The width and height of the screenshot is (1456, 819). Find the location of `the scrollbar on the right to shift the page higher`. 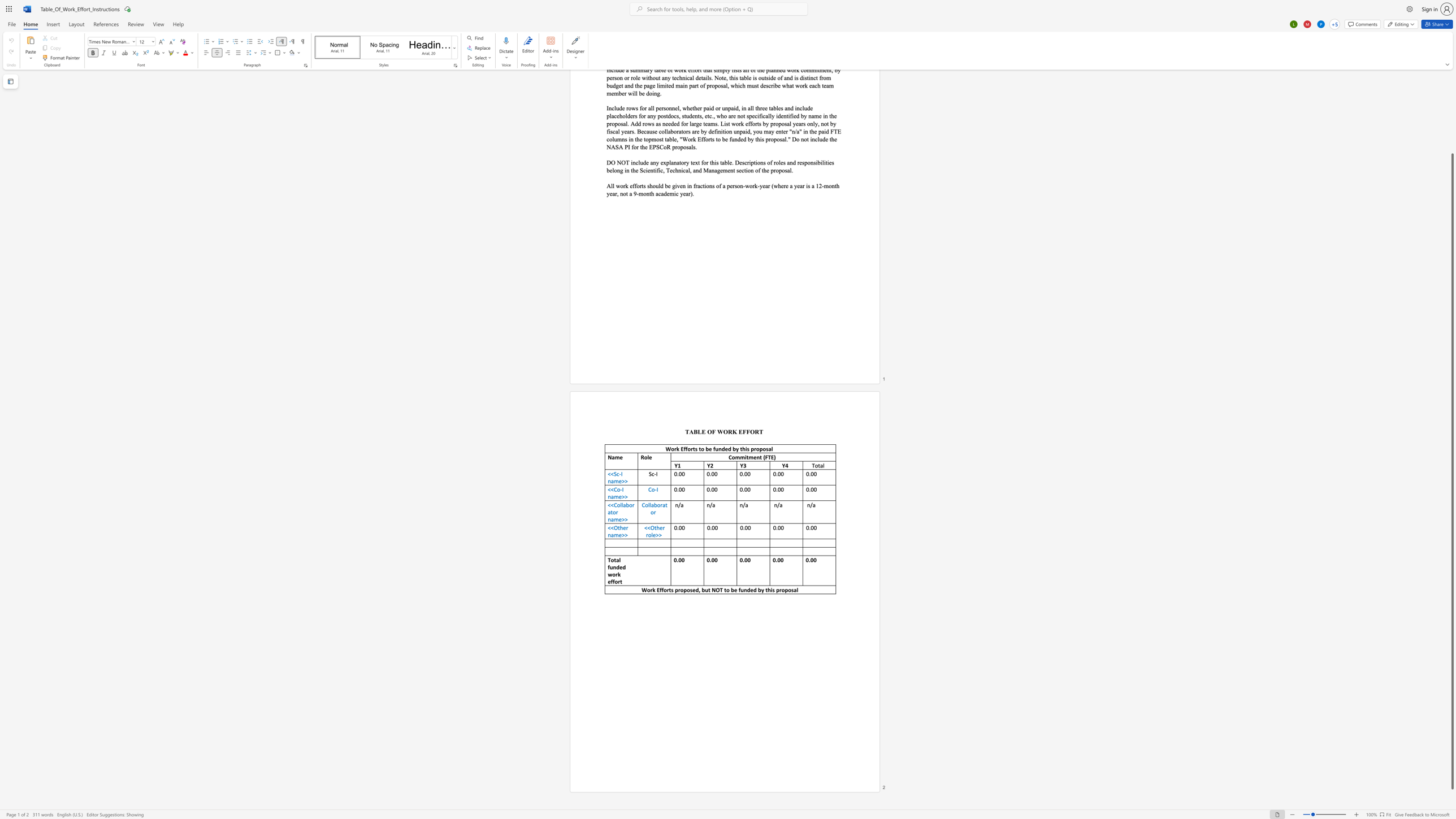

the scrollbar on the right to shift the page higher is located at coordinates (1451, 136).